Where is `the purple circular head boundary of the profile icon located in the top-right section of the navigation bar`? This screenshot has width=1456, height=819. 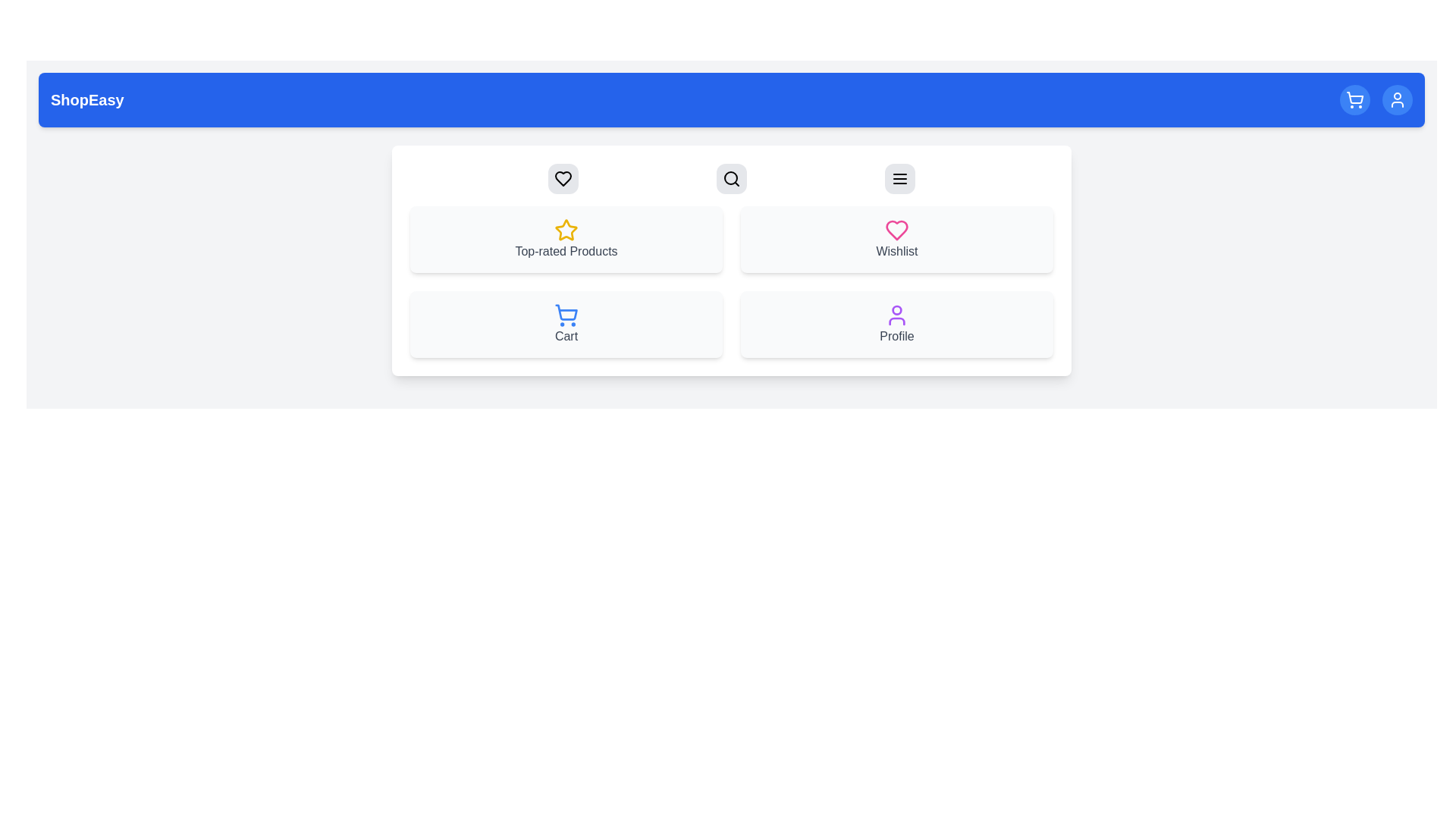 the purple circular head boundary of the profile icon located in the top-right section of the navigation bar is located at coordinates (896, 309).